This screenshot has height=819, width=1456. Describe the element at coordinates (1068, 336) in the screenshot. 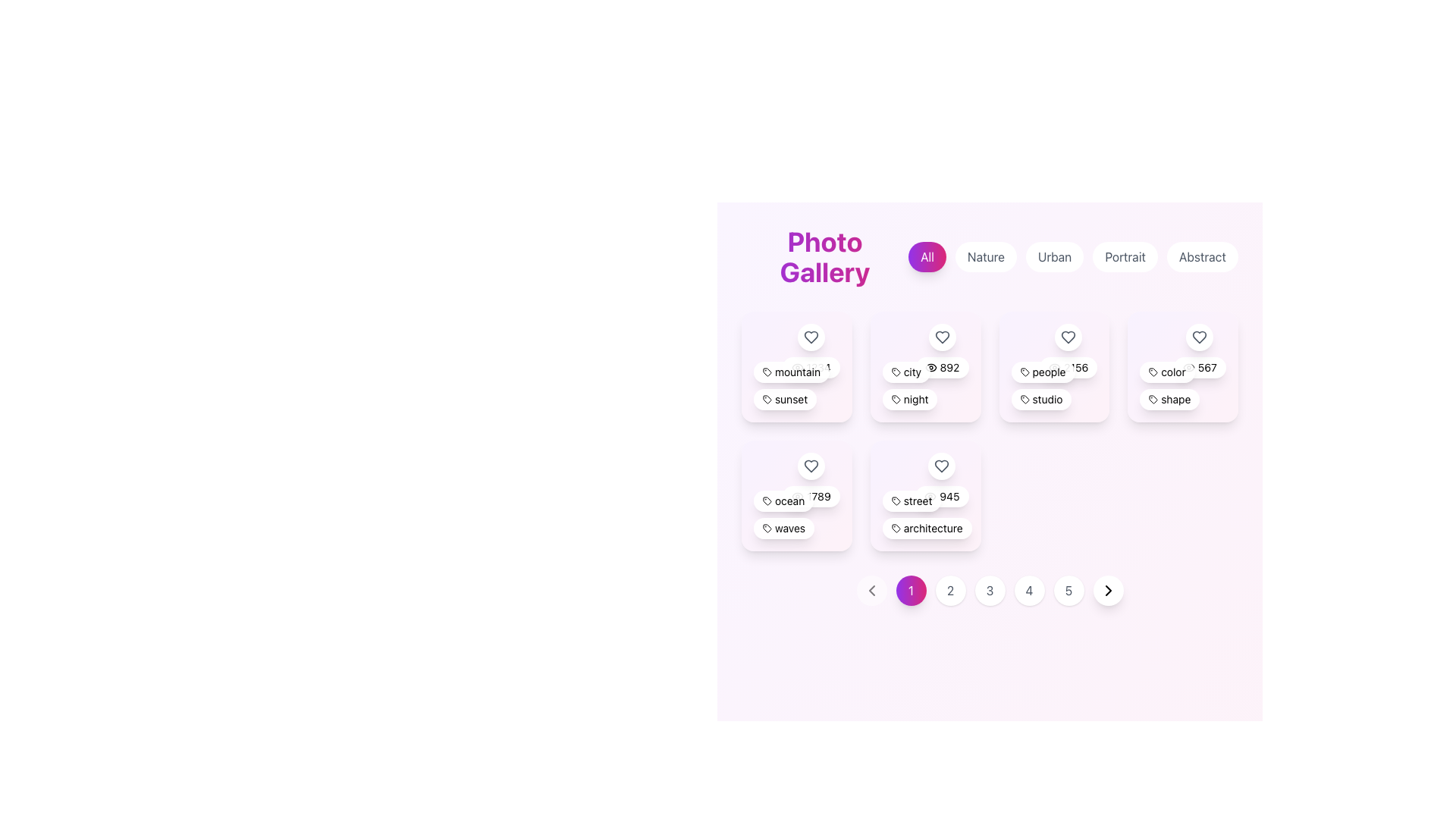

I see `the 'like' or 'favorite' button located in the top-right corner of the 'people' card to activate the scaling effect` at that location.